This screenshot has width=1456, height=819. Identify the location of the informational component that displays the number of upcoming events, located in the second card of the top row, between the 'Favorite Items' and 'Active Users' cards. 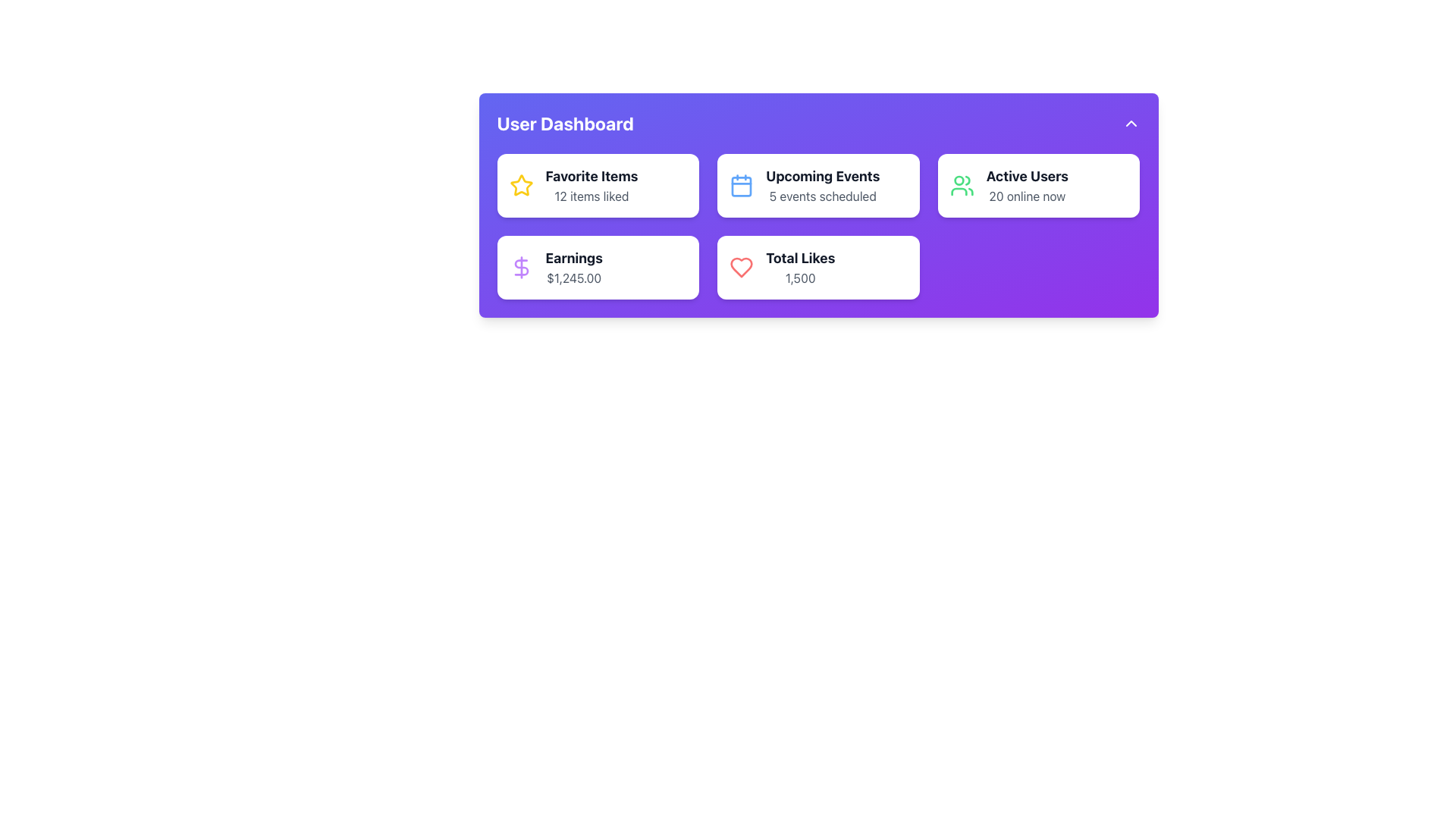
(822, 185).